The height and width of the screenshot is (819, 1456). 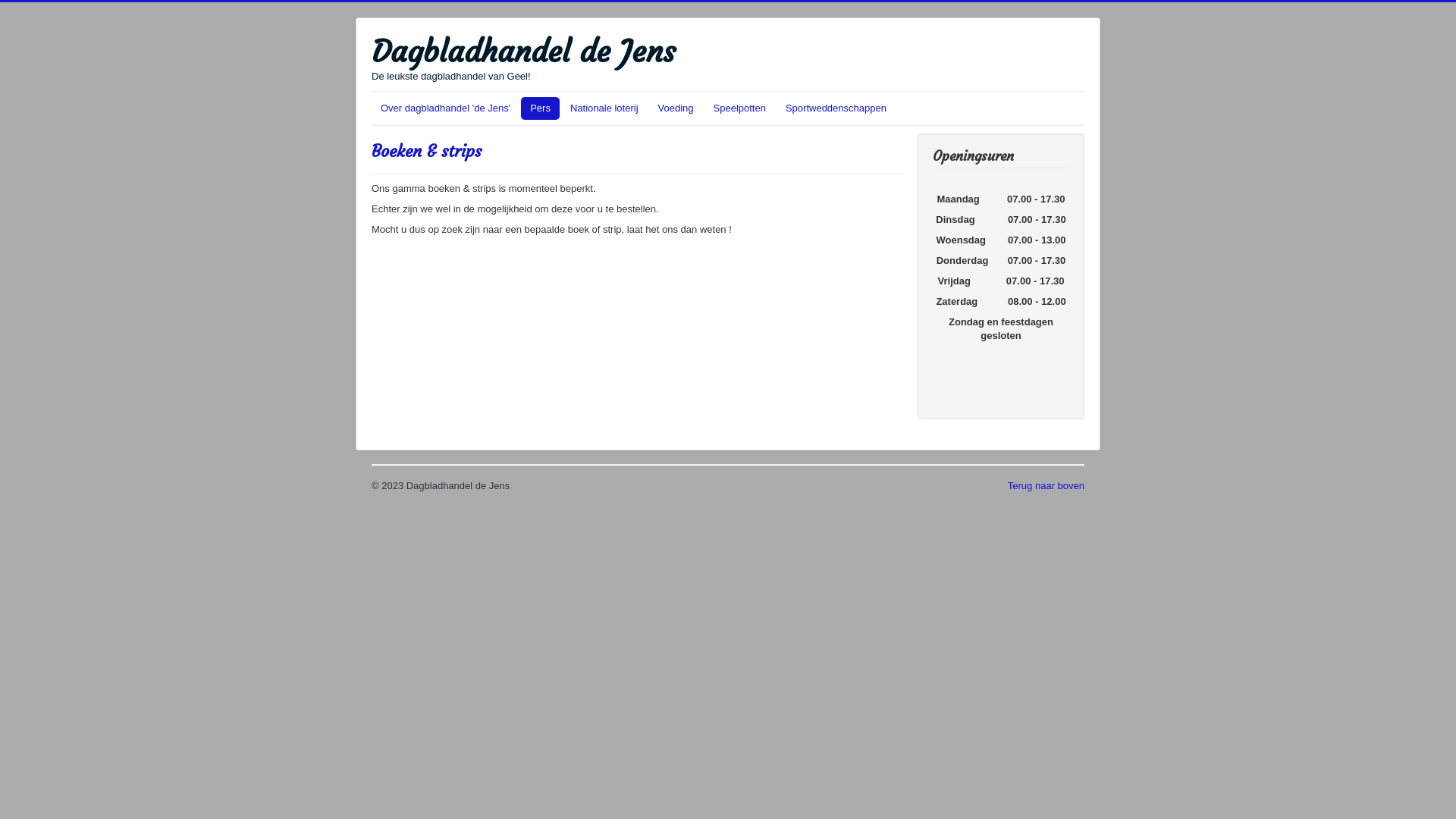 What do you see at coordinates (523, 58) in the screenshot?
I see `'Dagbladhandel de Jens` at bounding box center [523, 58].